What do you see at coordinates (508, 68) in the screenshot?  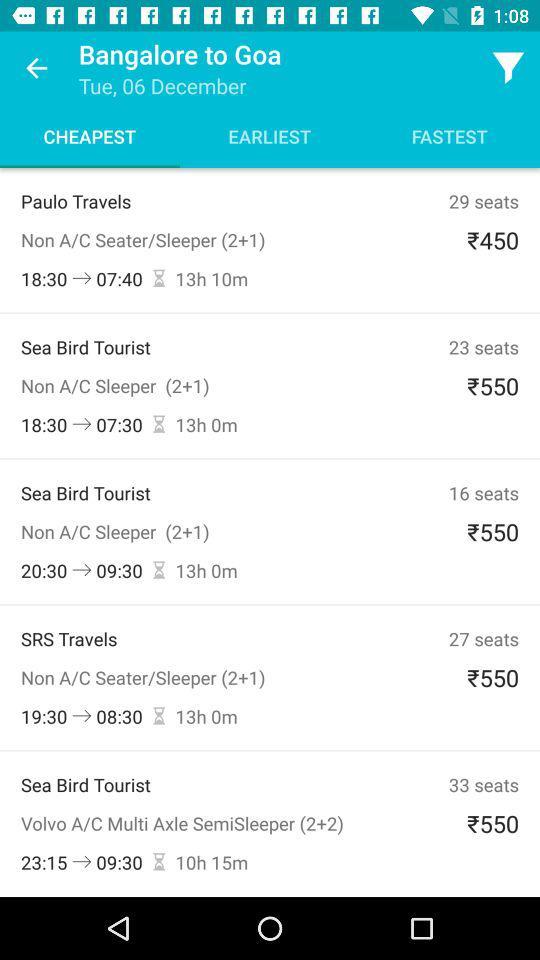 I see `icon next to bangalore to goa item` at bounding box center [508, 68].